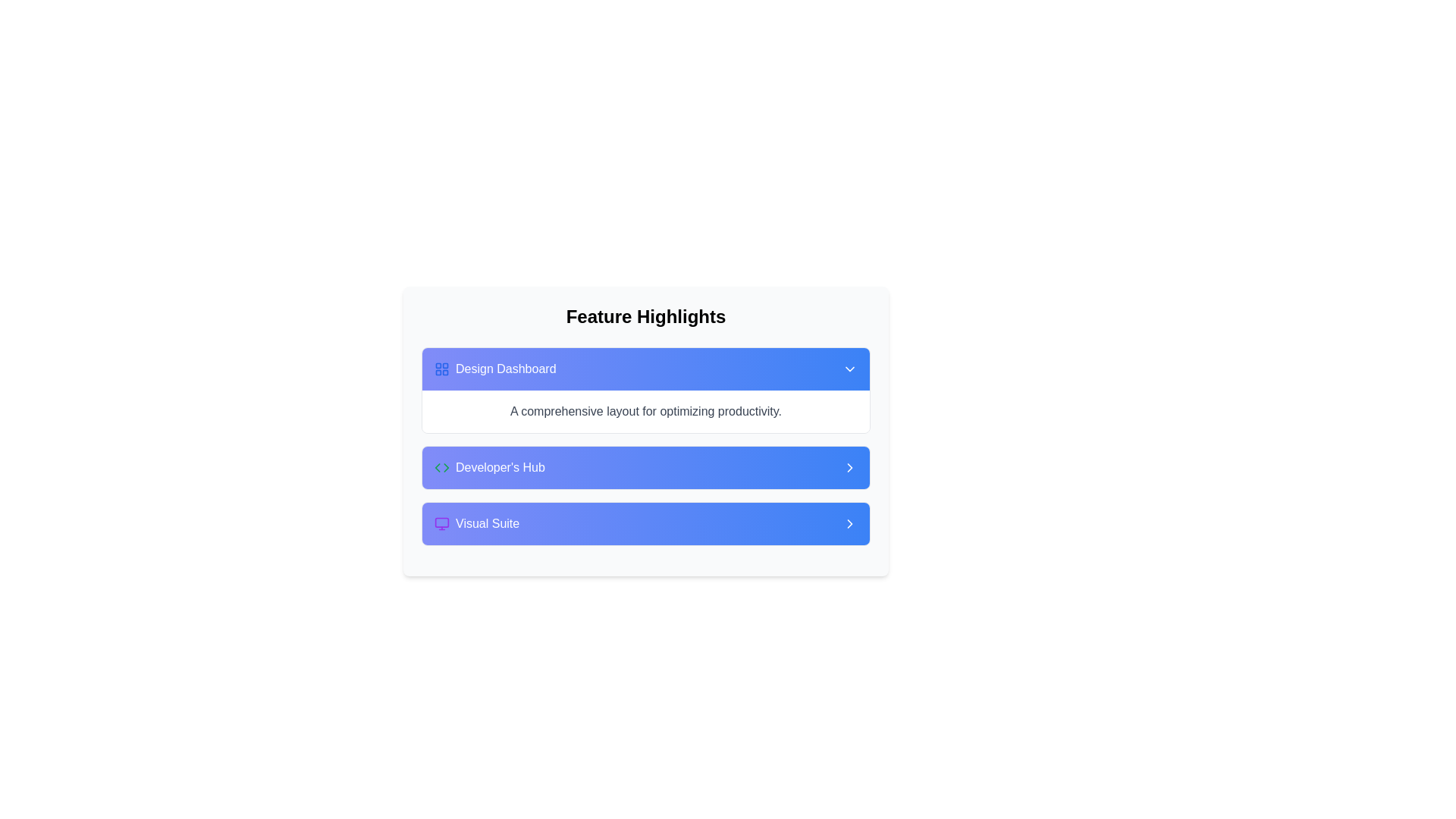 Image resolution: width=1456 pixels, height=819 pixels. What do you see at coordinates (441, 522) in the screenshot?
I see `the purple monitor SVG icon located to the left of the 'Visual Suite' label, which is part of the 'Visual Suite' row in the feature highlights` at bounding box center [441, 522].